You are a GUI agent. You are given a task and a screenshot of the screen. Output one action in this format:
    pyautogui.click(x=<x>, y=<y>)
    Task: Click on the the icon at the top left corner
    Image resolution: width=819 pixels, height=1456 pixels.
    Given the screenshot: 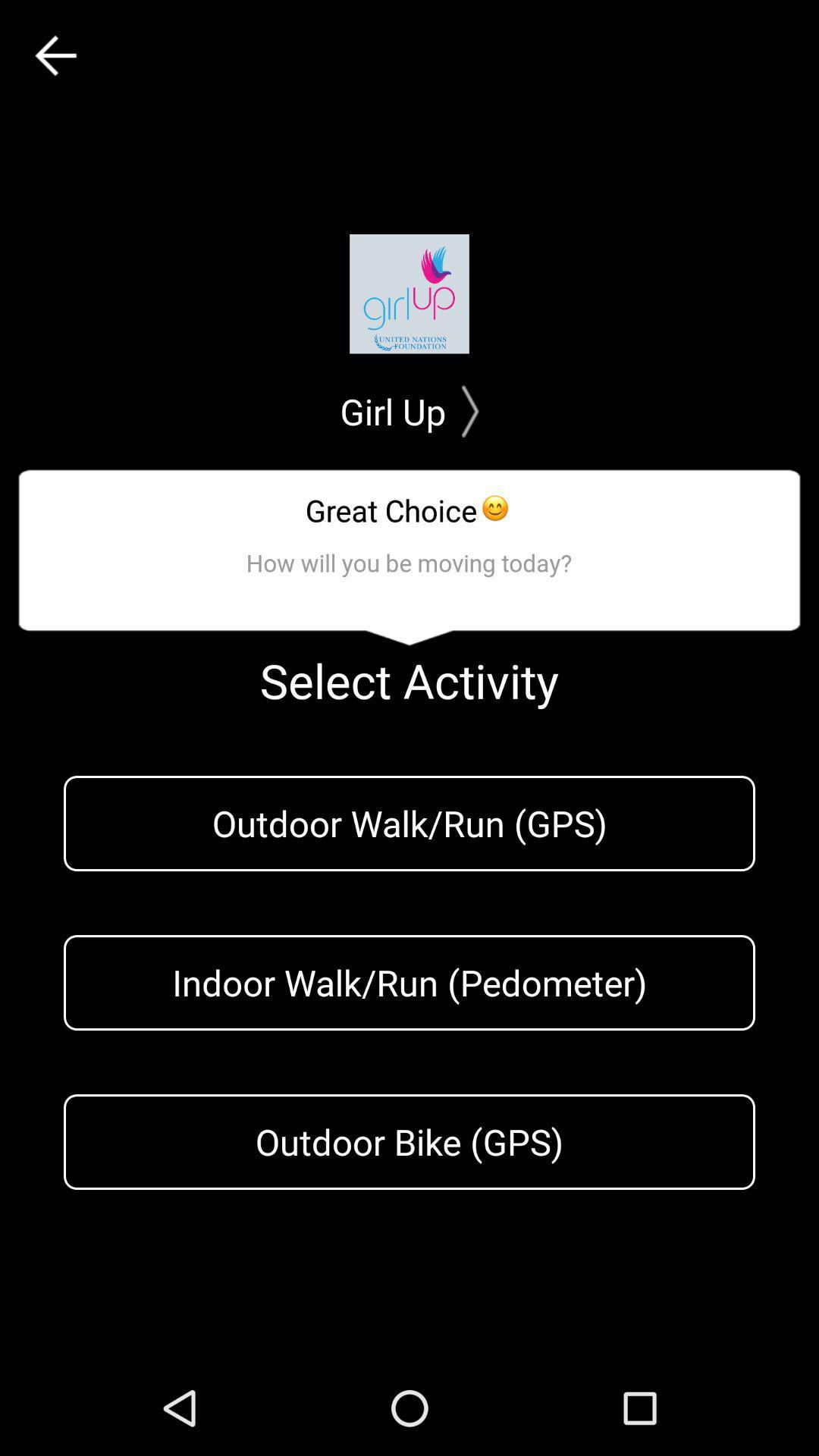 What is the action you would take?
    pyautogui.click(x=55, y=55)
    